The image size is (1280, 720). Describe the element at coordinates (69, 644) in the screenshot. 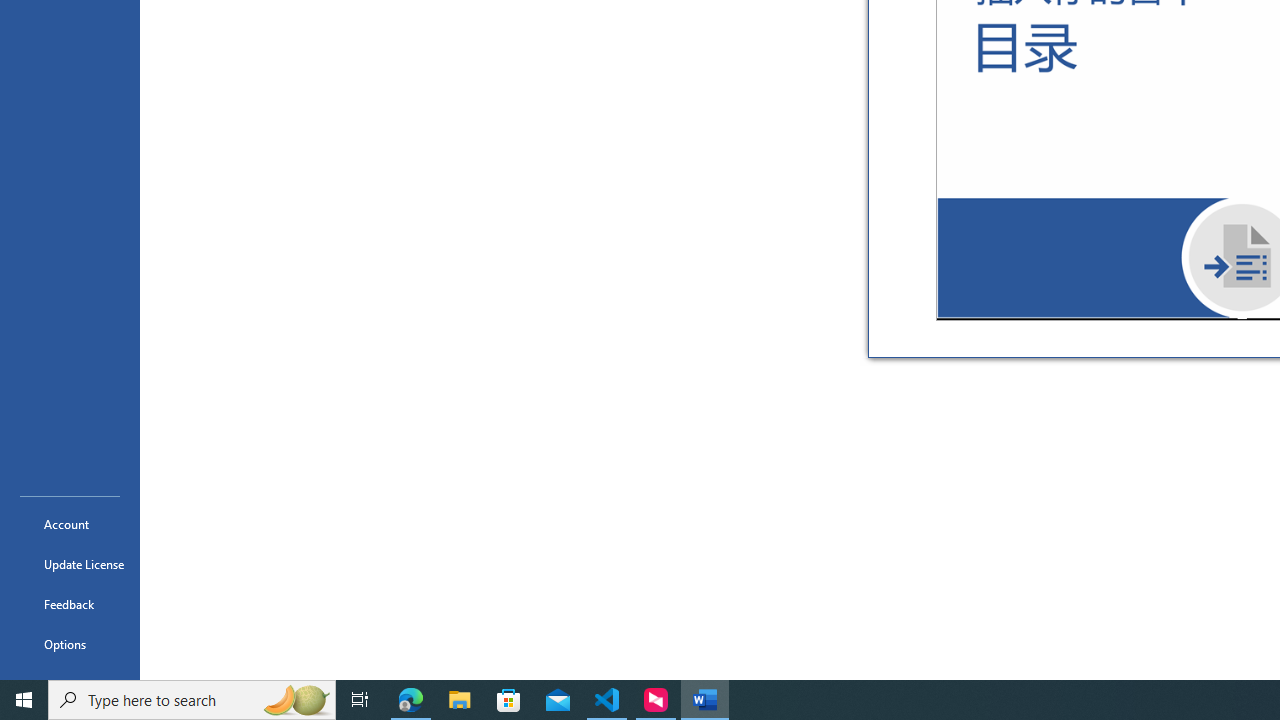

I see `'Options'` at that location.